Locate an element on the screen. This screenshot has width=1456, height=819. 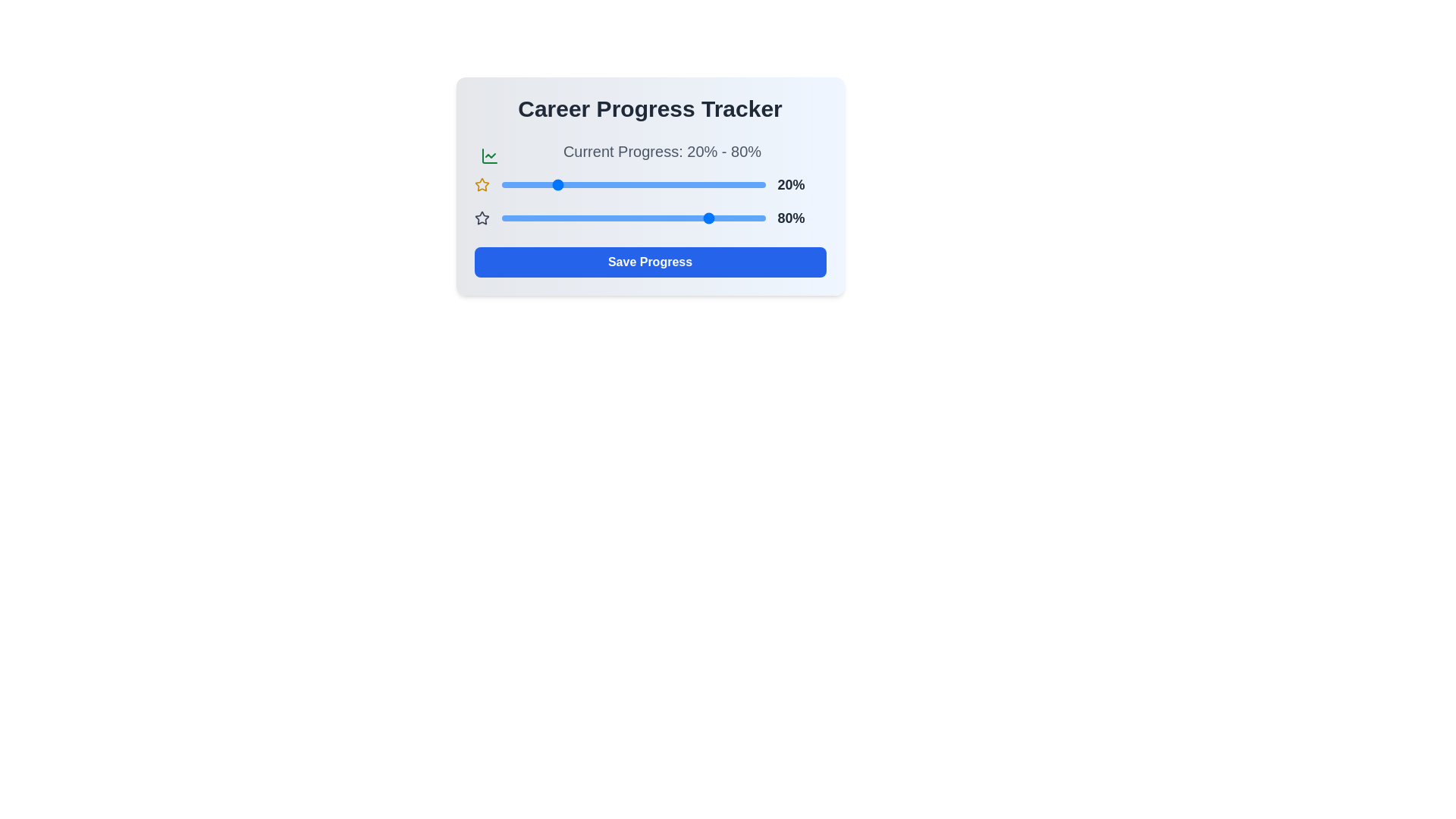
the progress slider for the first value to 26% is located at coordinates (570, 184).